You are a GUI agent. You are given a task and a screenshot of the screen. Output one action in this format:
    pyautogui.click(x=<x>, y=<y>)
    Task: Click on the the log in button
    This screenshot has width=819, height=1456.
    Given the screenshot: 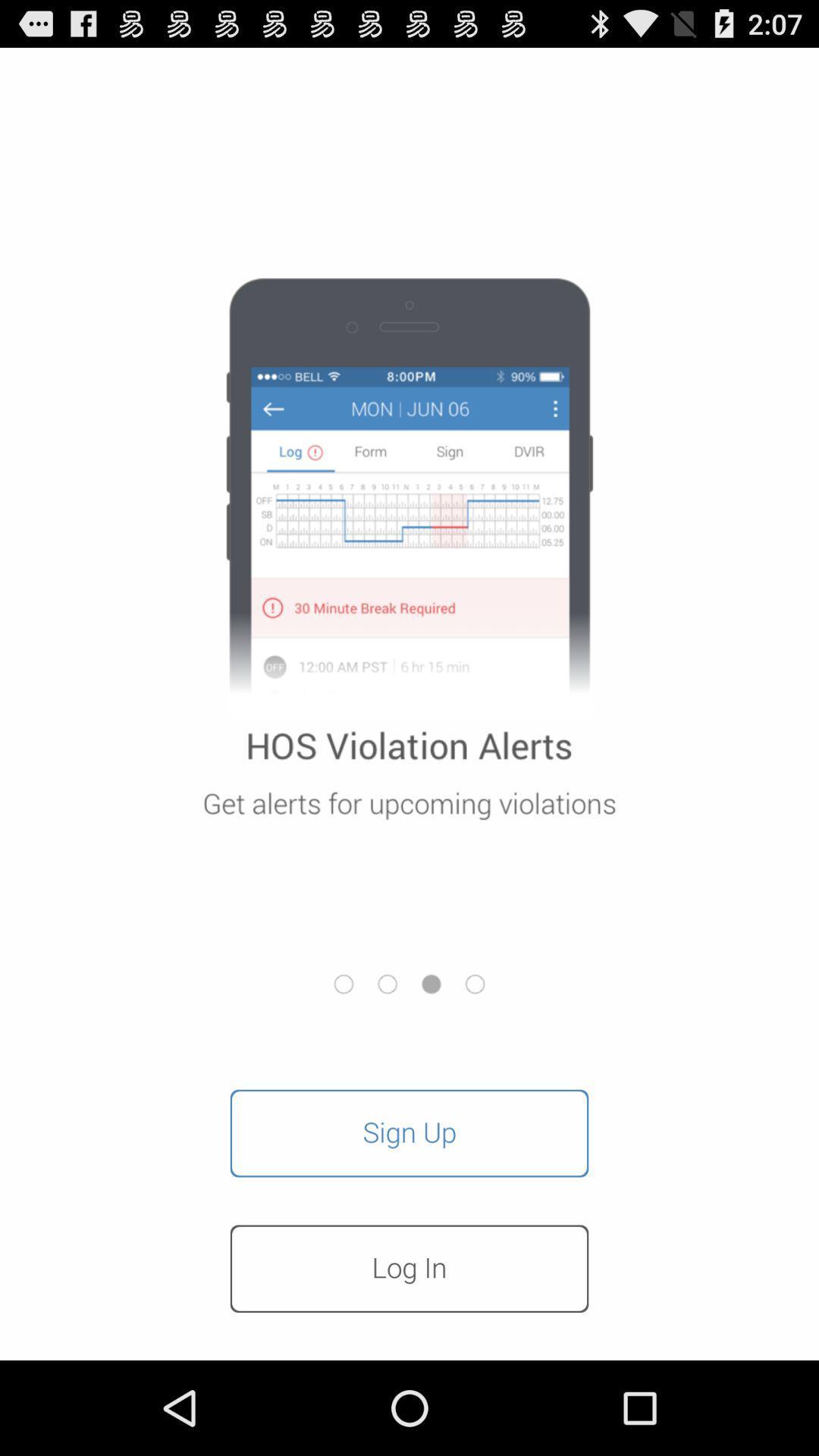 What is the action you would take?
    pyautogui.click(x=409, y=1269)
    